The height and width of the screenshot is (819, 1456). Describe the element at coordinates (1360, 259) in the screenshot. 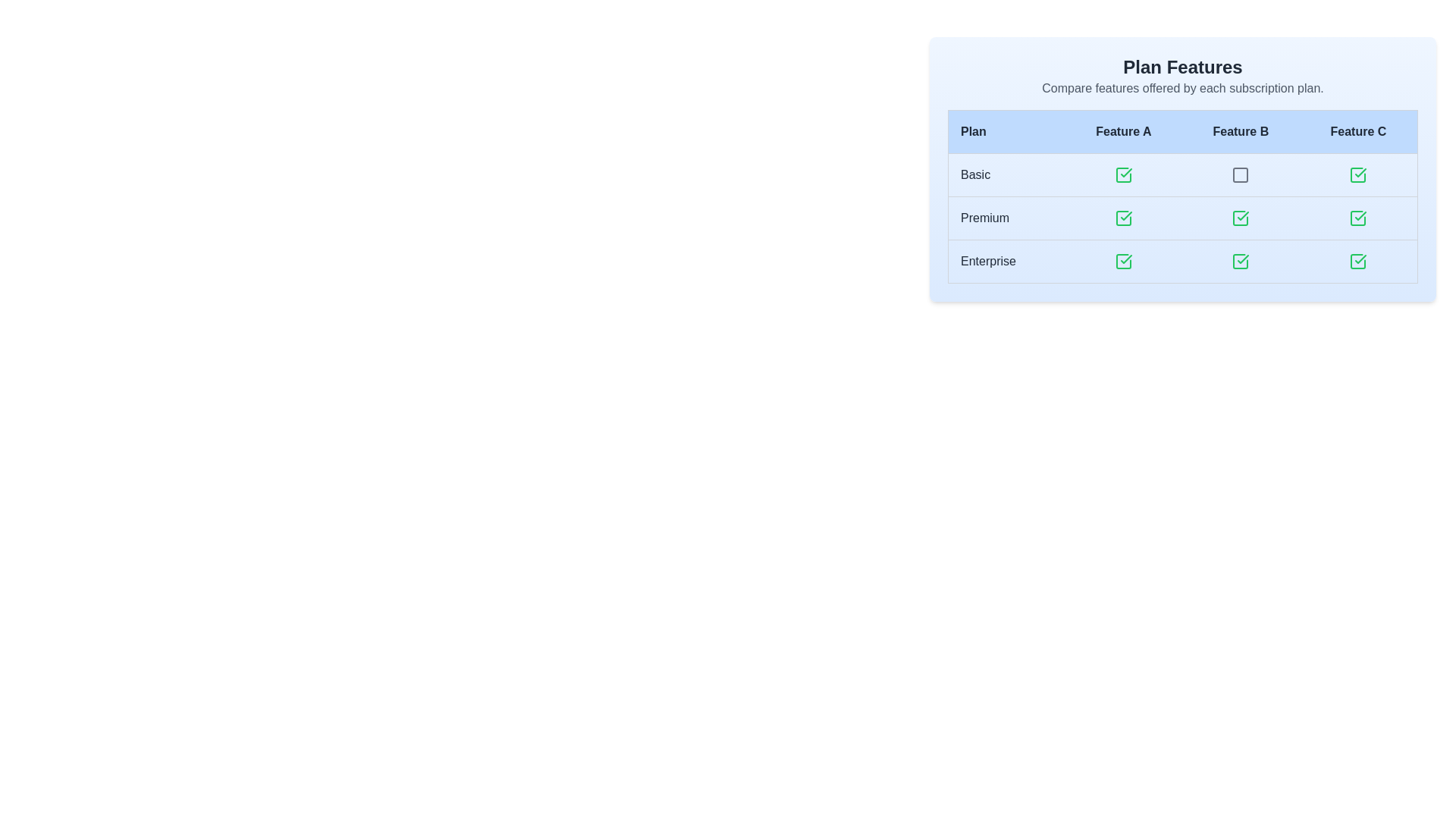

I see `the green checkmark icon in the 'Feature C' column of the 'Enterprise' row in the 'Plan Features' table, indicating confirmation or selection` at that location.